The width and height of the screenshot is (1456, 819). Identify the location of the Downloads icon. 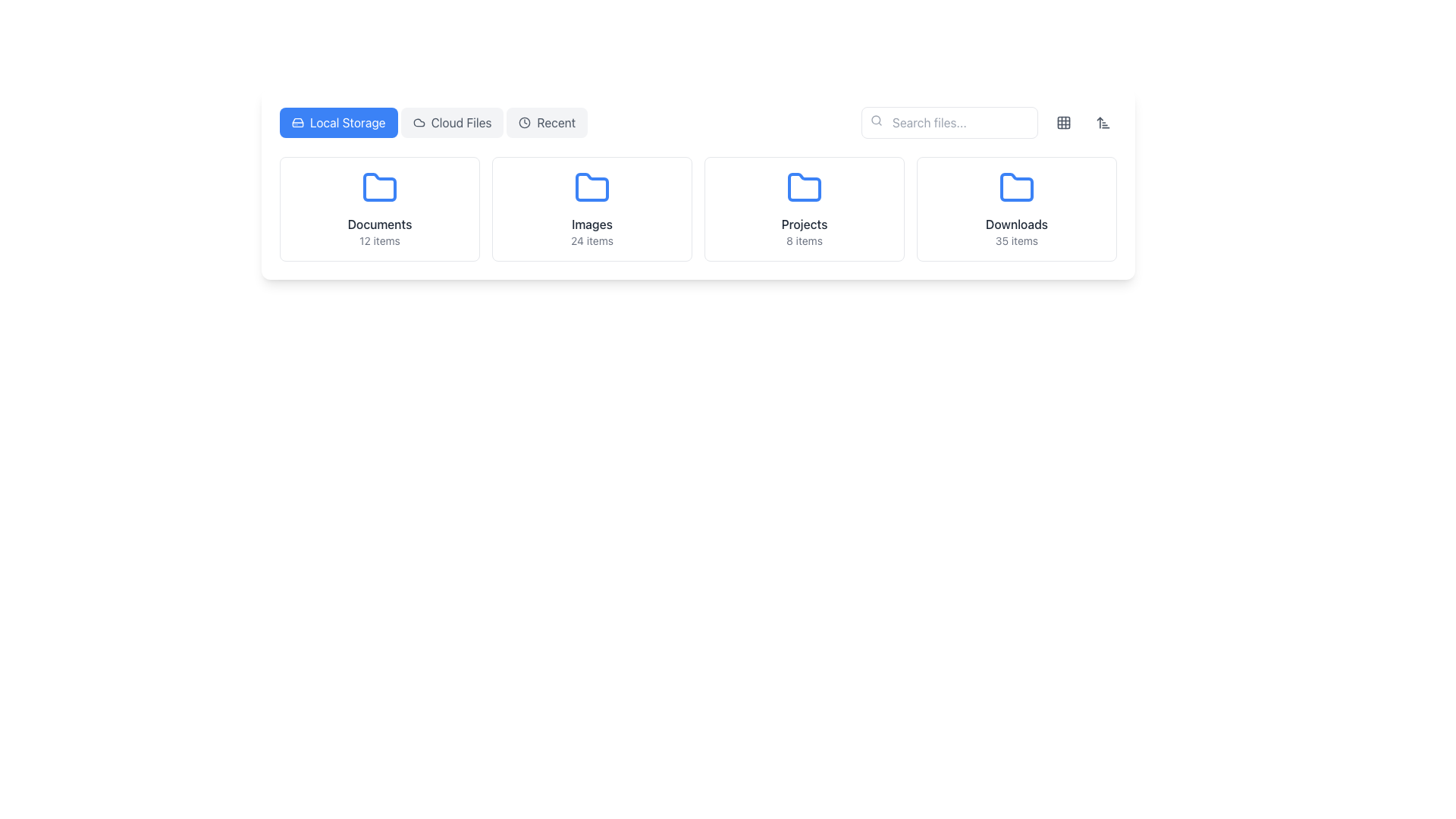
(1016, 187).